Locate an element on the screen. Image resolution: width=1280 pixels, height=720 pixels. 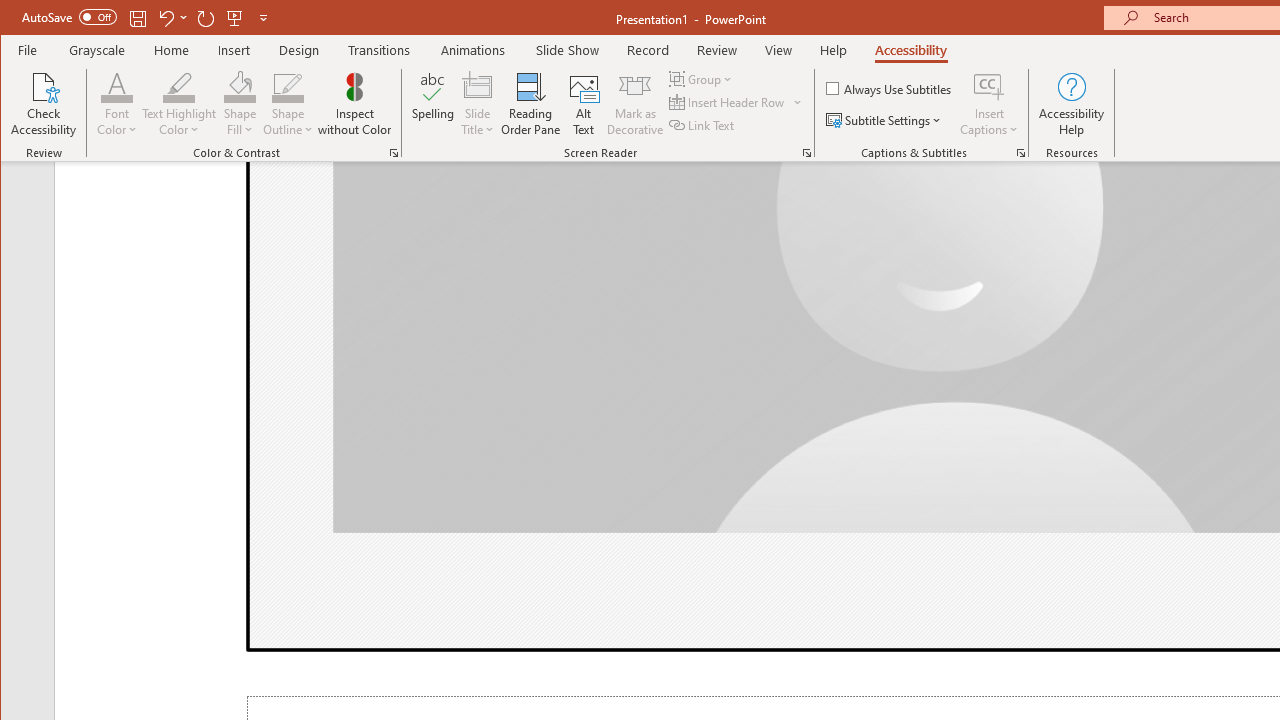
'Screen Reader' is located at coordinates (807, 152).